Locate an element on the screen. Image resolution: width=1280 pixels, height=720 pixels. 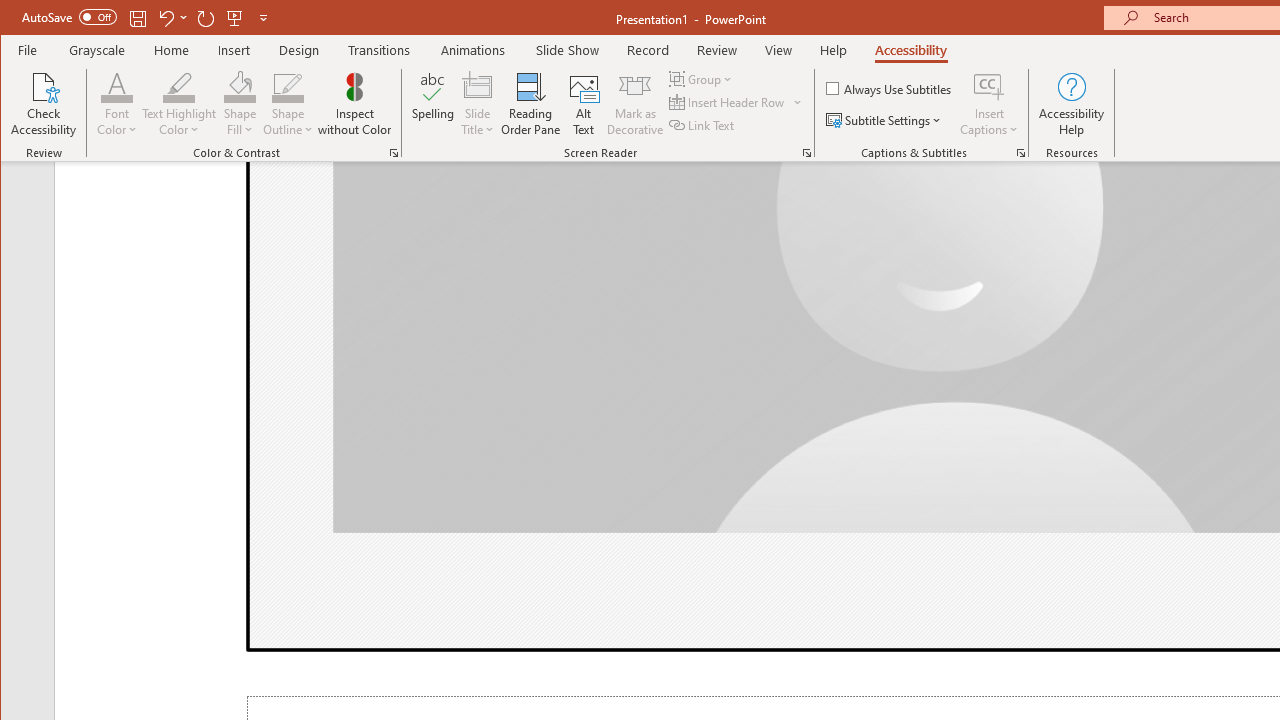
'Screen Reader' is located at coordinates (807, 152).